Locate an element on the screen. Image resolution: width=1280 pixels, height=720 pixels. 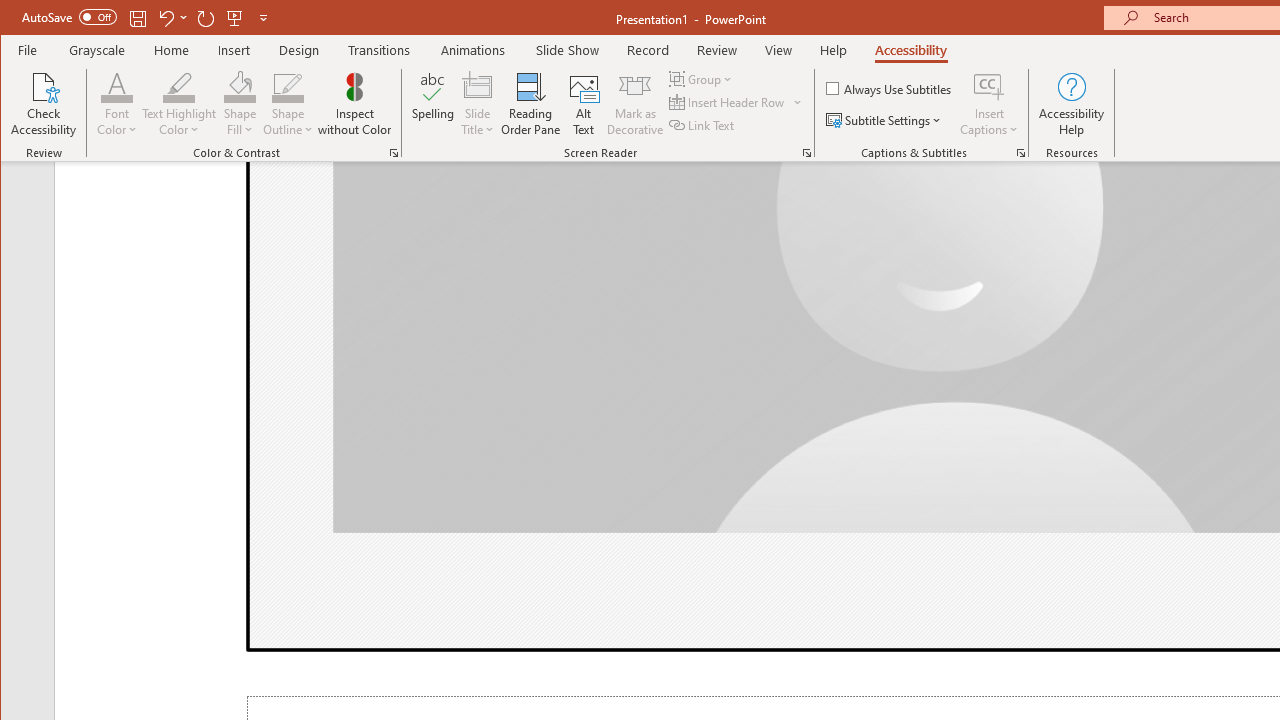
'Screen Reader' is located at coordinates (807, 152).